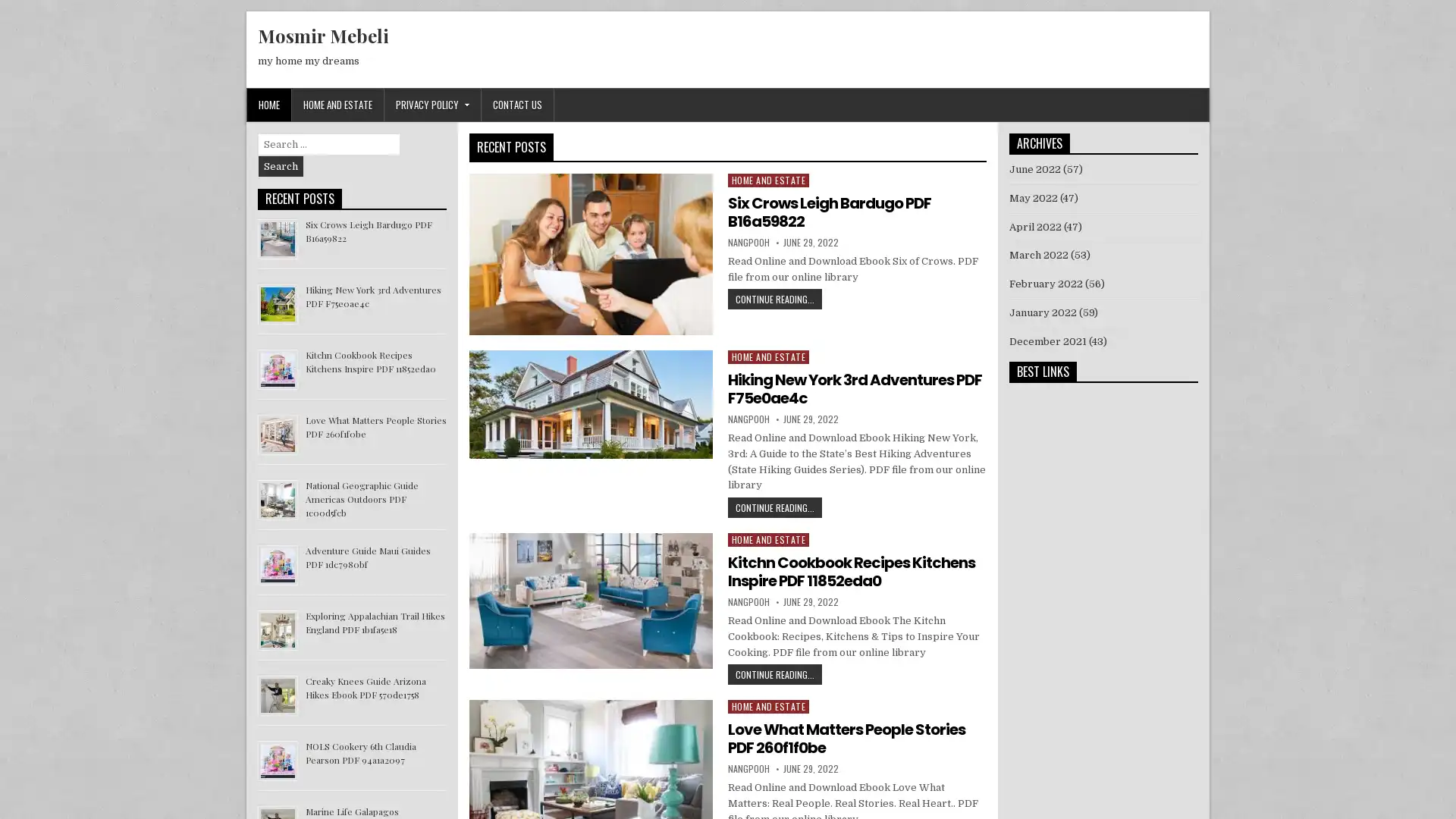  Describe the element at coordinates (281, 166) in the screenshot. I see `Search` at that location.